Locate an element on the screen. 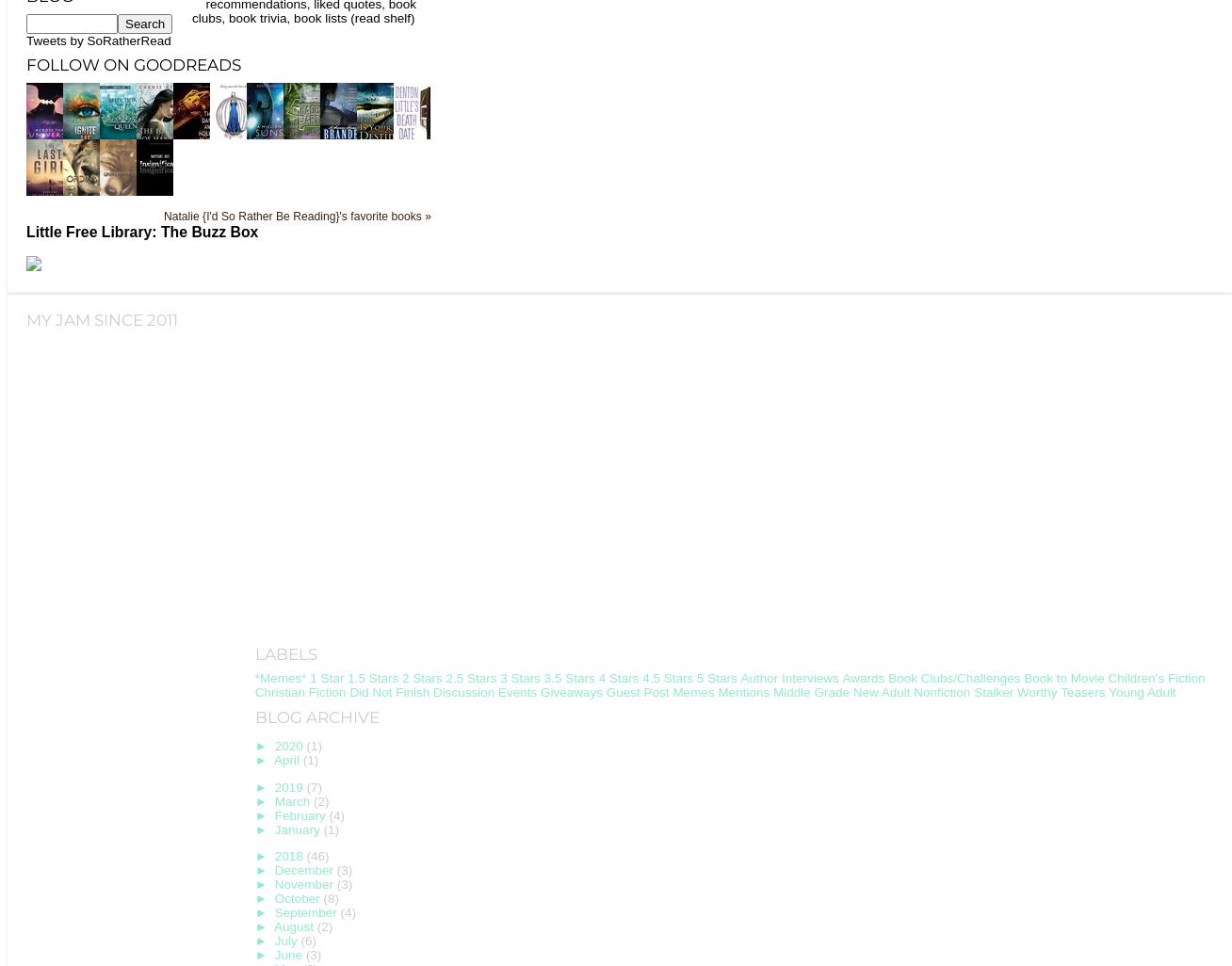 This screenshot has height=966, width=1232. 'Book to Movie' is located at coordinates (1062, 678).